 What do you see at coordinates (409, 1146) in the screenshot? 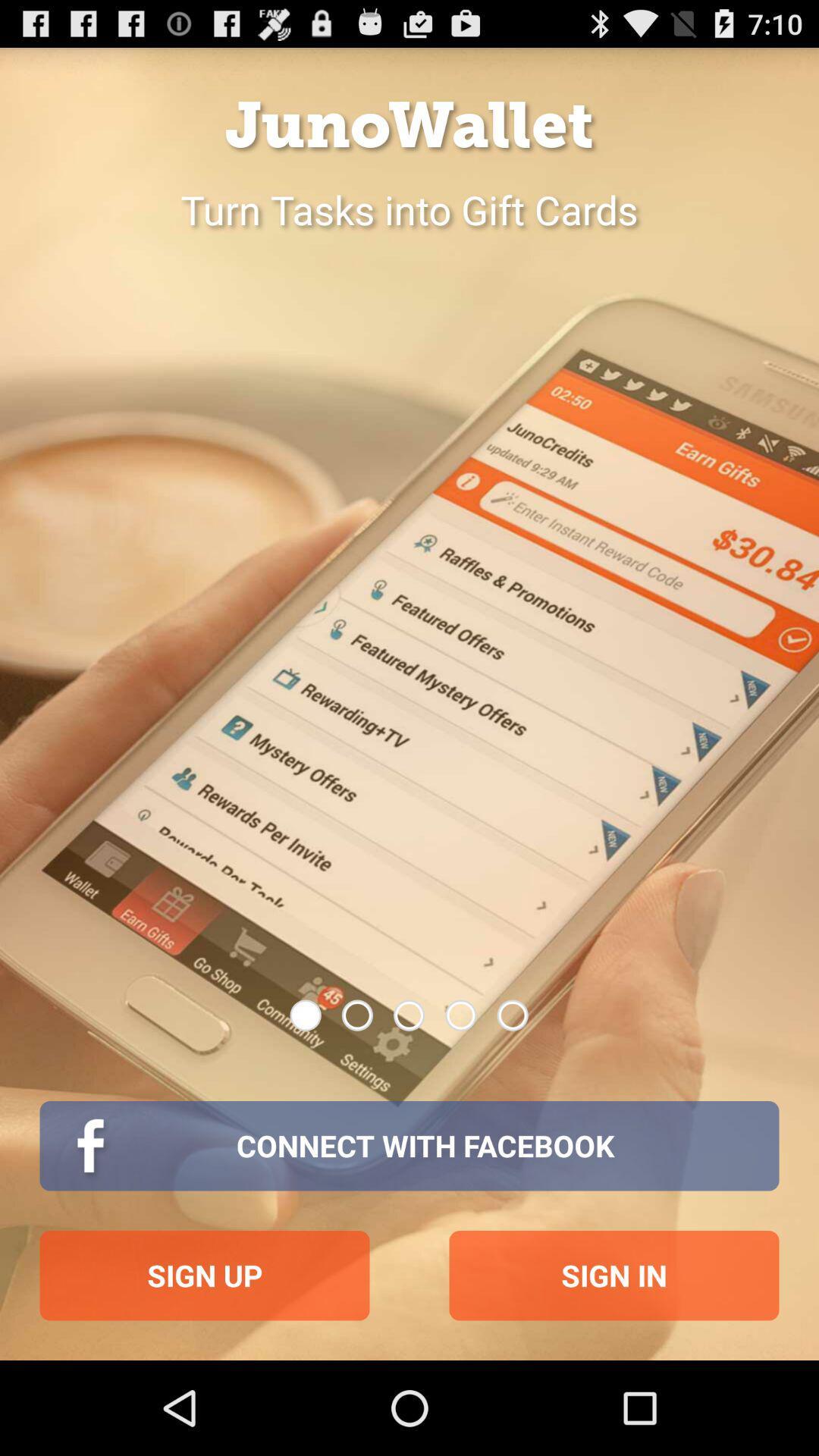
I see `the connect with facebook icon` at bounding box center [409, 1146].